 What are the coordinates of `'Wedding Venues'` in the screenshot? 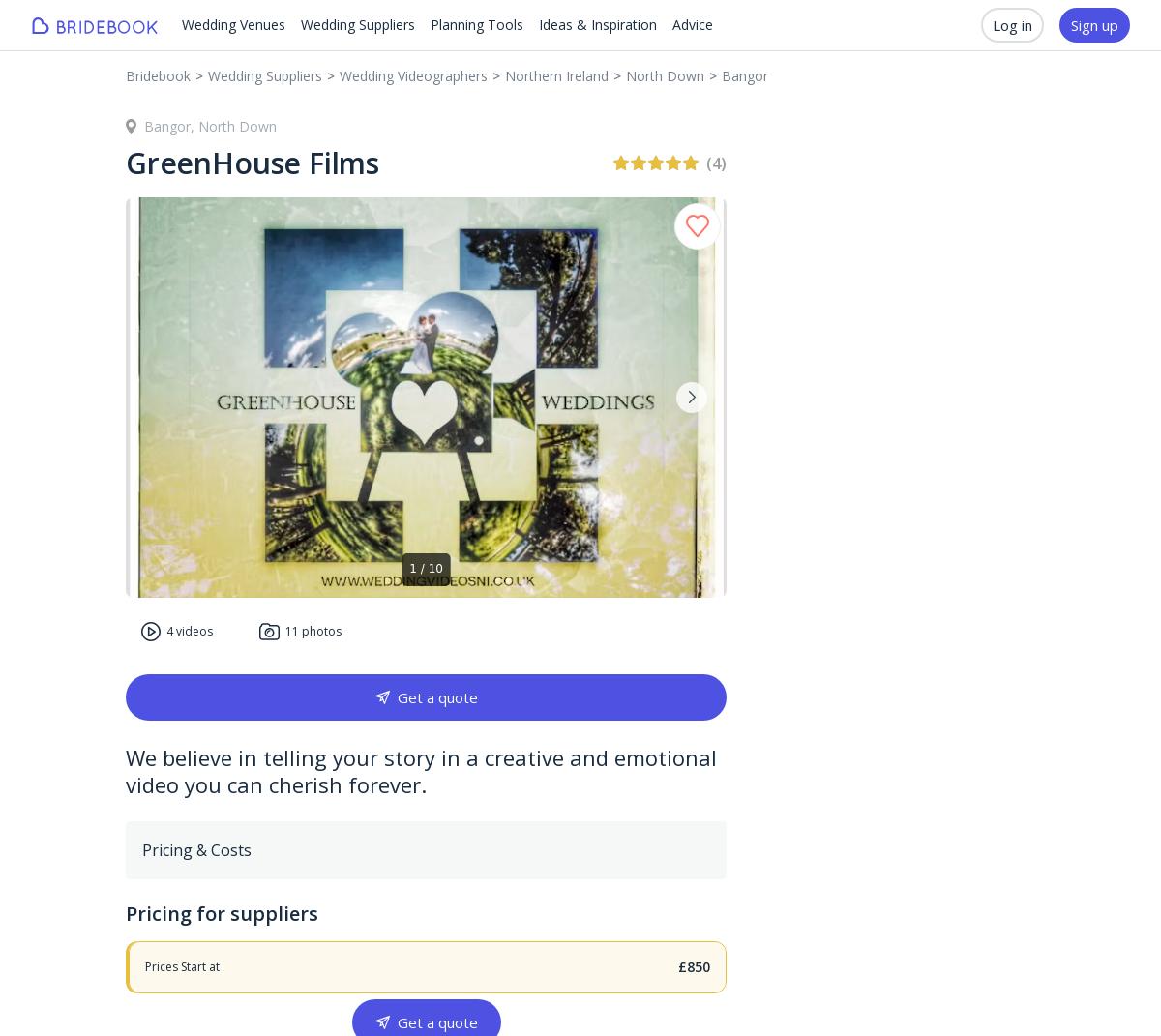 It's located at (232, 23).